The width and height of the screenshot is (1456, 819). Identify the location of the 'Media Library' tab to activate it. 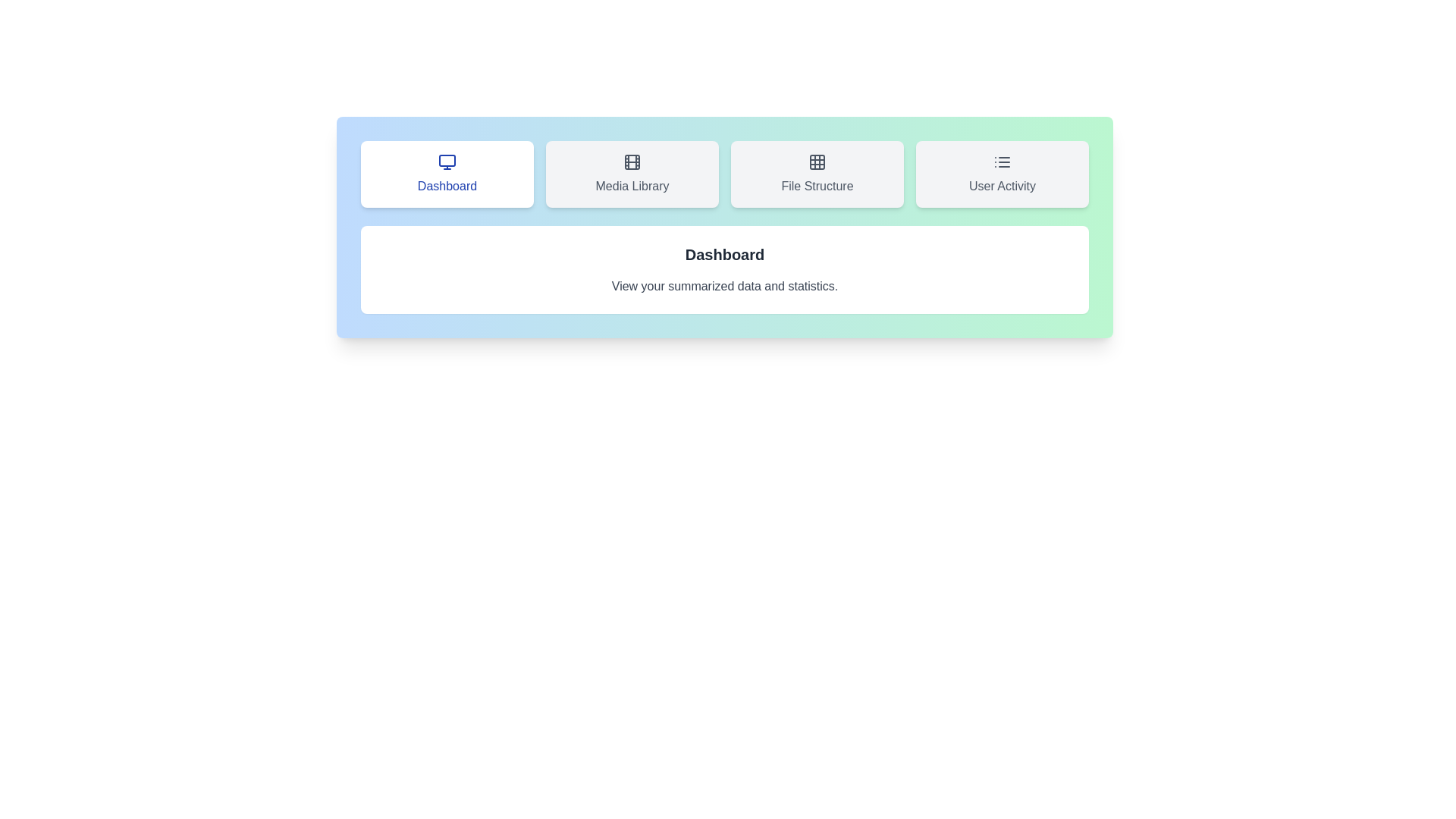
(632, 174).